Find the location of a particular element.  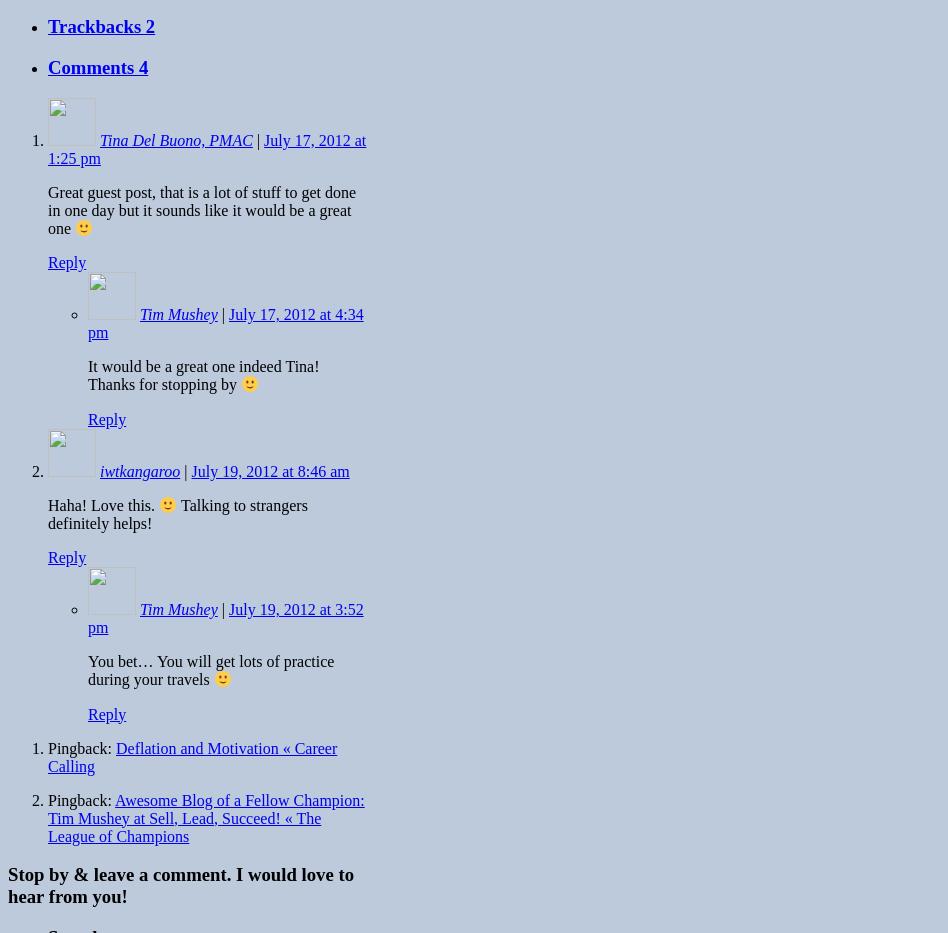

'iwtkangaroo' is located at coordinates (139, 470).